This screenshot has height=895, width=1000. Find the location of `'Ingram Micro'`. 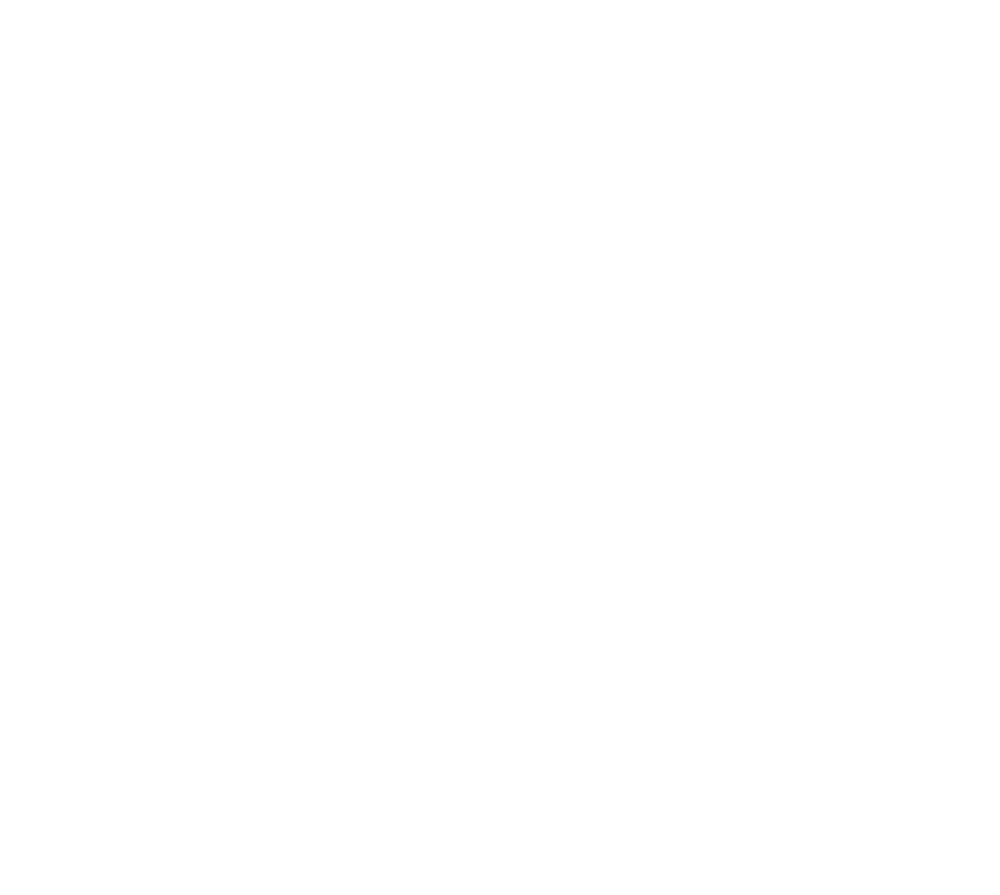

'Ingram Micro' is located at coordinates (383, 680).